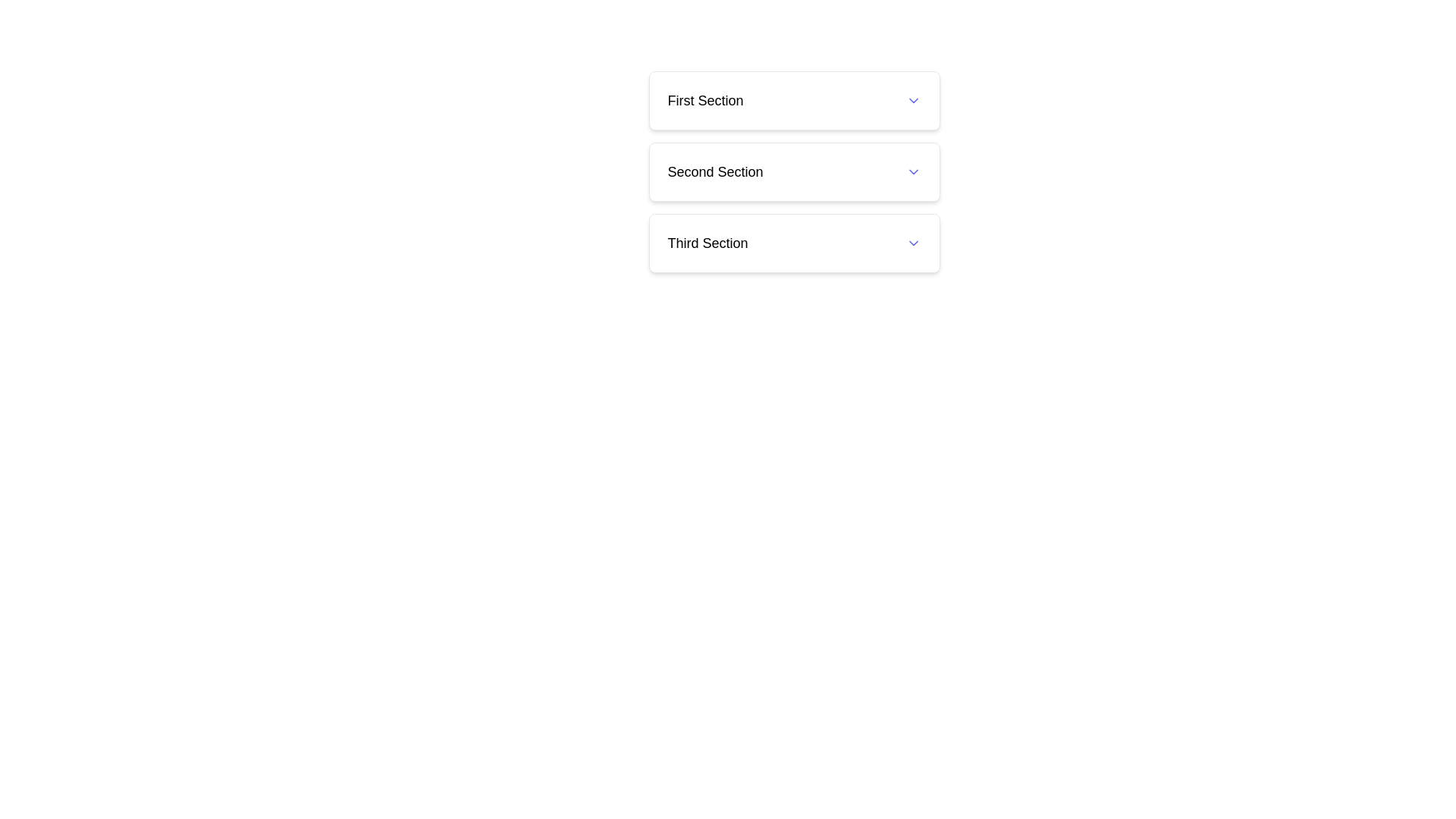 Image resolution: width=1456 pixels, height=819 pixels. What do you see at coordinates (912, 171) in the screenshot?
I see `the indigo downward-pointing chevron icon located to the right of the text 'Second Section'` at bounding box center [912, 171].